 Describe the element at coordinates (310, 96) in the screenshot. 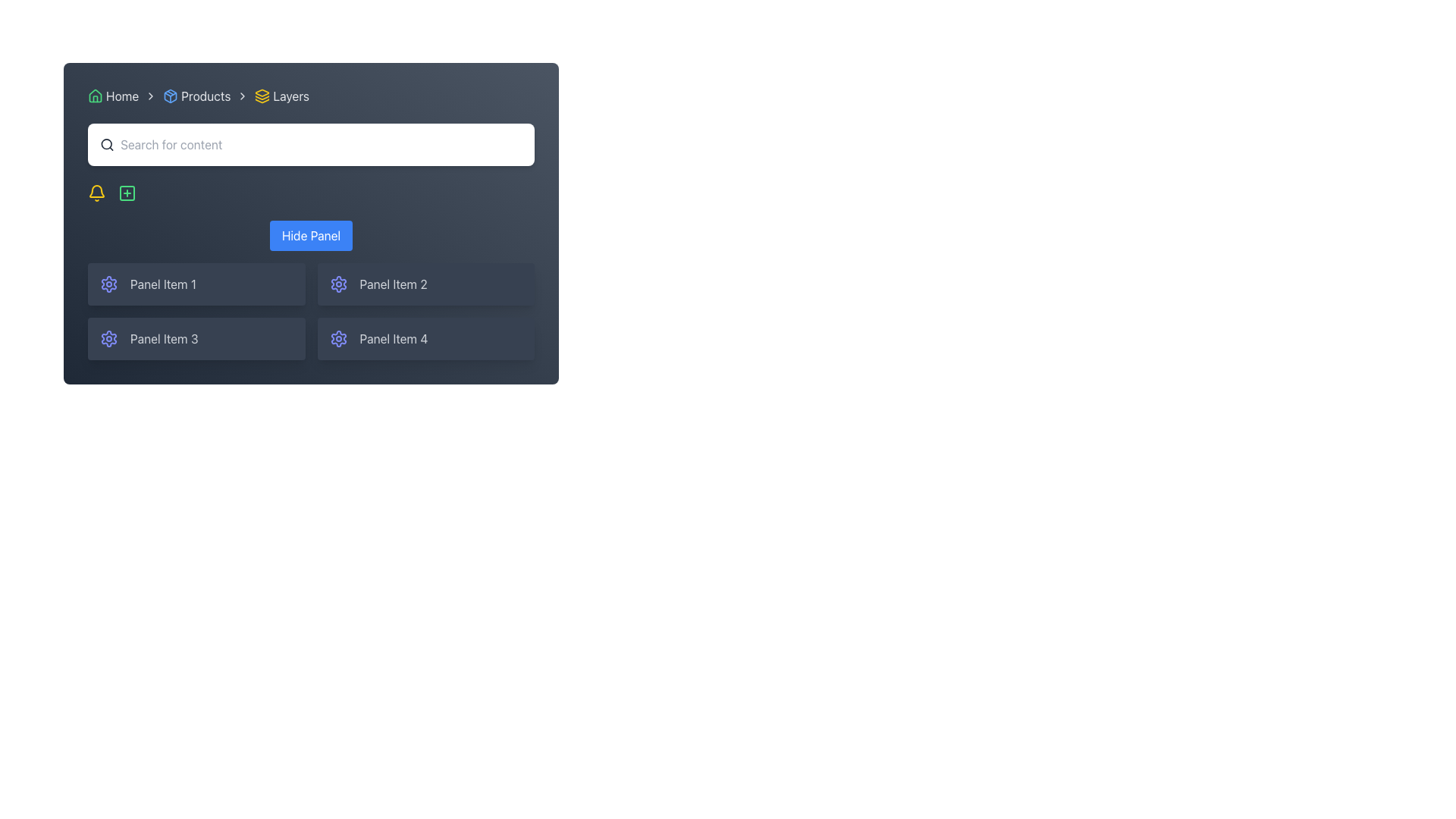

I see `the Breadcrumb navigation element containing the items 'Home', 'Products', and 'Layers'` at that location.